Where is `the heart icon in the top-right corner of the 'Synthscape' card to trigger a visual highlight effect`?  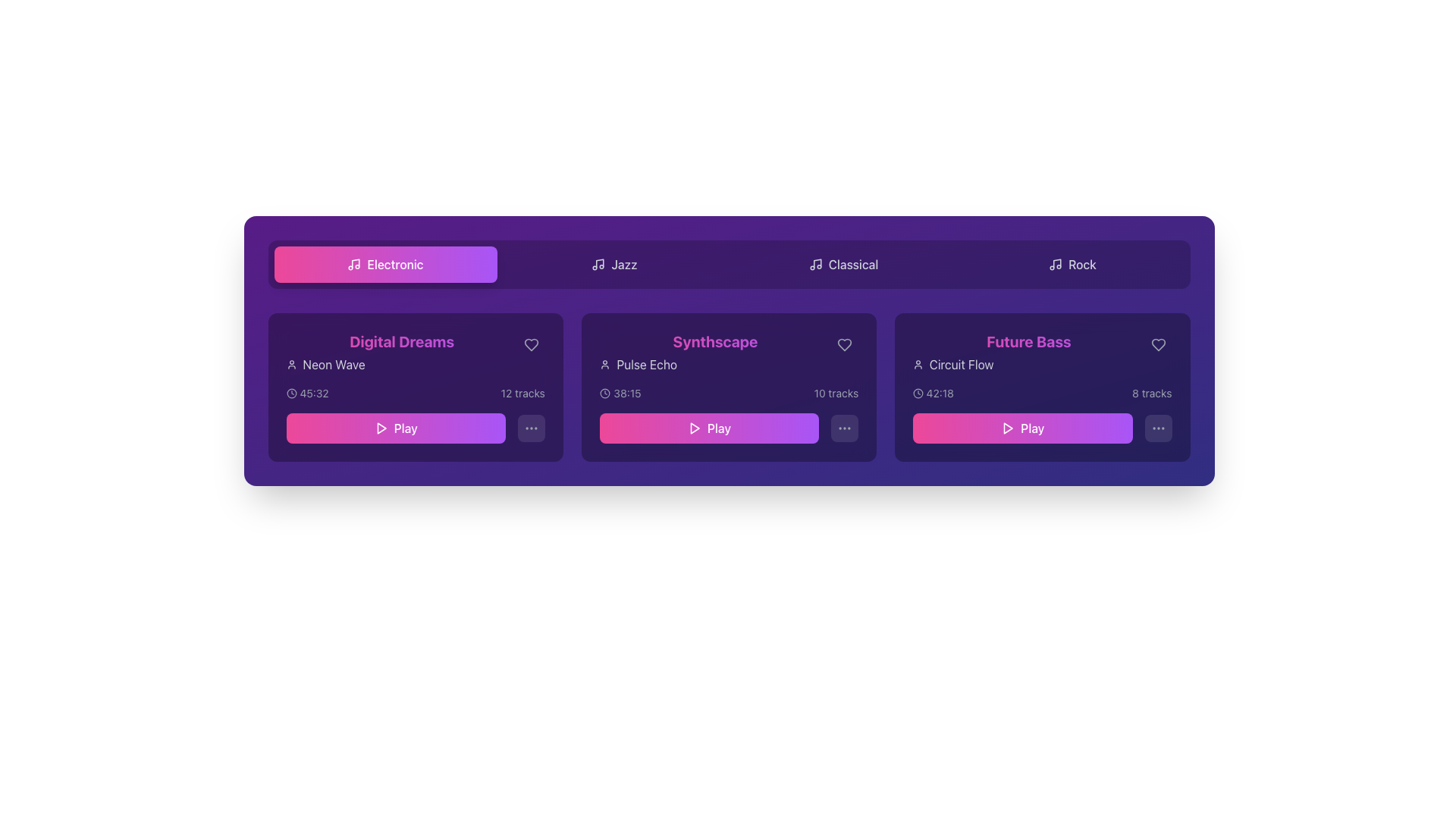 the heart icon in the top-right corner of the 'Synthscape' card to trigger a visual highlight effect is located at coordinates (844, 345).